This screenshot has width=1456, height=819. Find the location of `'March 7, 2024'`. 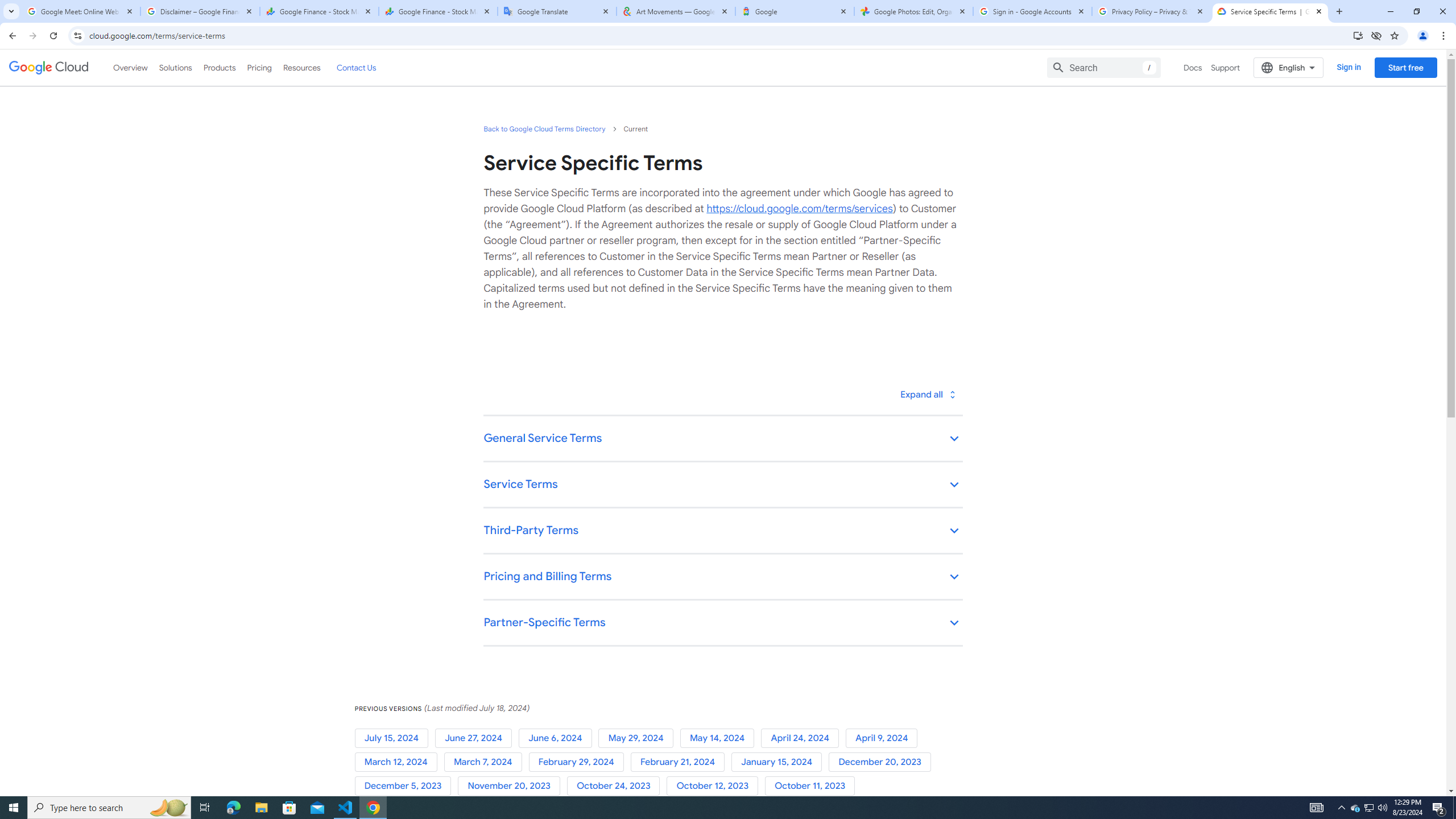

'March 7, 2024' is located at coordinates (486, 761).